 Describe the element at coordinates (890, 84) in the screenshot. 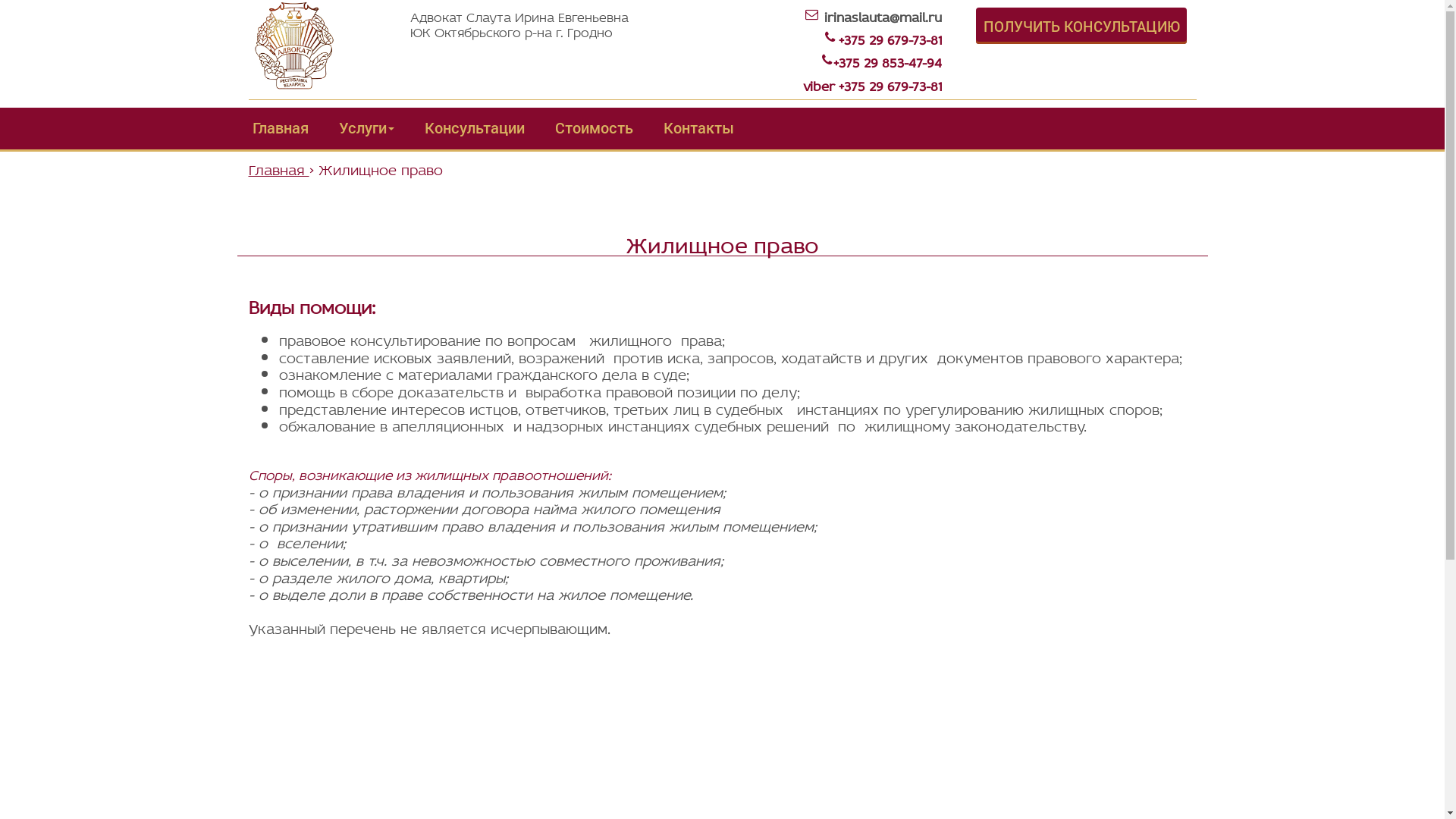

I see `'+375 29 679-73-81'` at that location.